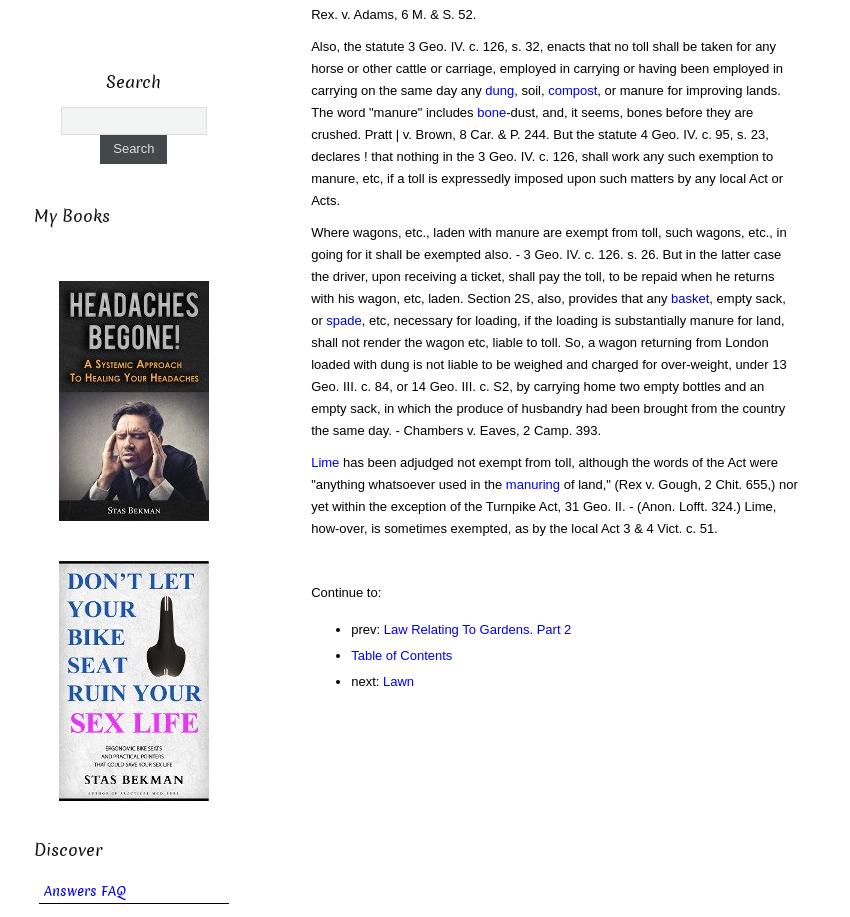  What do you see at coordinates (325, 461) in the screenshot?
I see `'Lime'` at bounding box center [325, 461].